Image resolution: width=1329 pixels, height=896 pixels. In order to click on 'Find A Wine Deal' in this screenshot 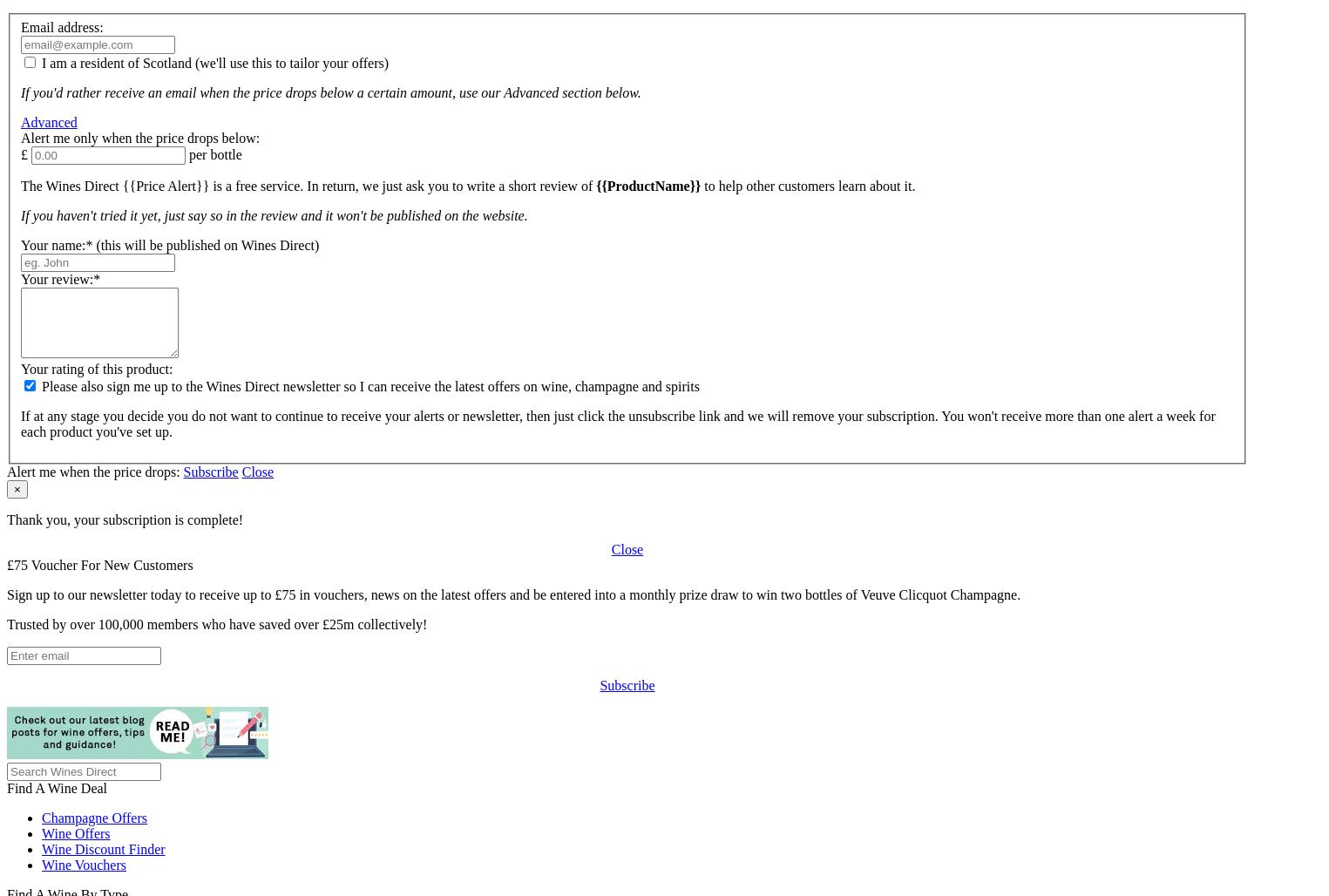, I will do `click(5, 787)`.